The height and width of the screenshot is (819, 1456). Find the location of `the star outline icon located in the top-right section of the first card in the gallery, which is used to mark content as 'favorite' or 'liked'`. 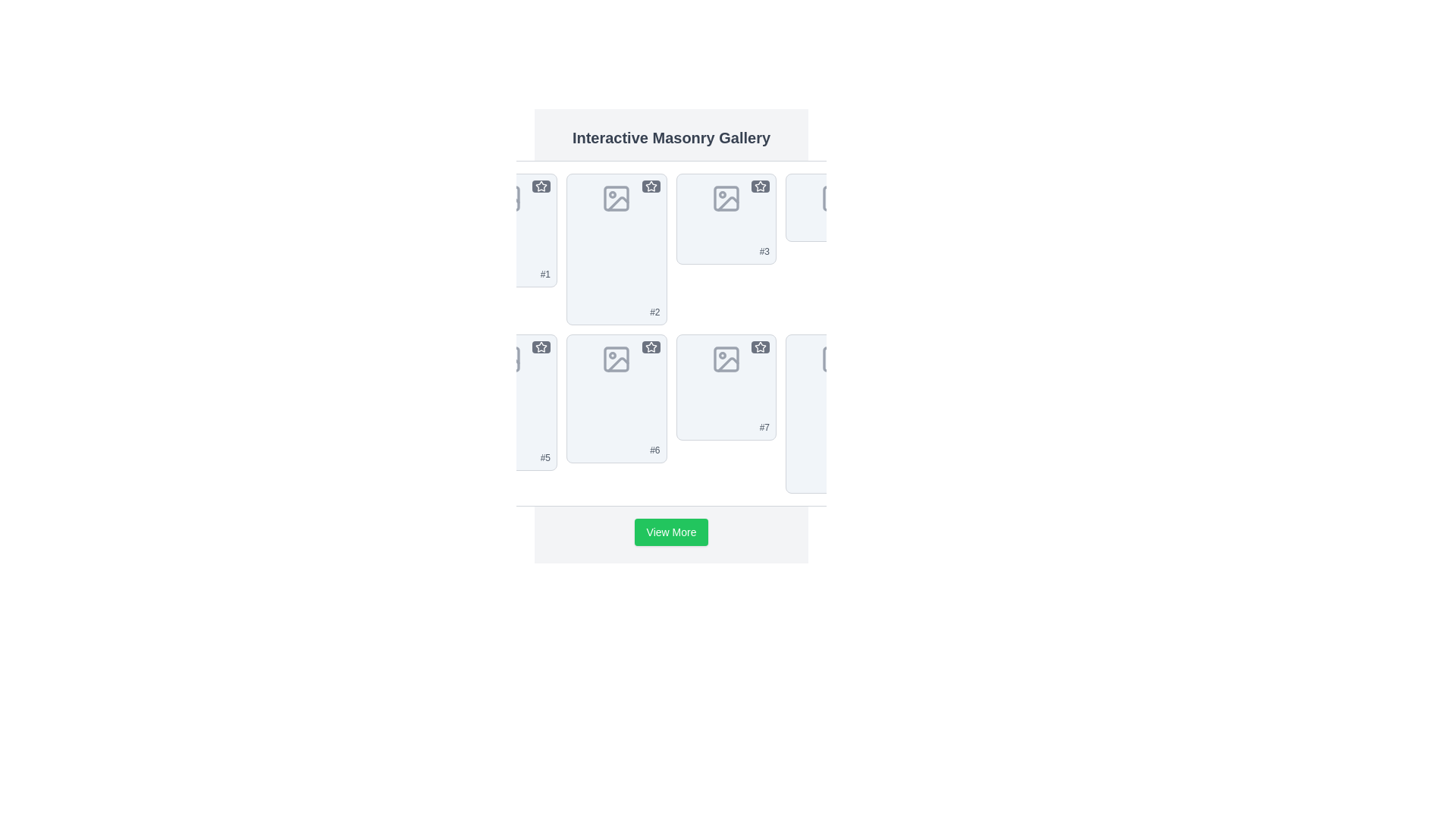

the star outline icon located in the top-right section of the first card in the gallery, which is used to mark content as 'favorite' or 'liked' is located at coordinates (541, 186).